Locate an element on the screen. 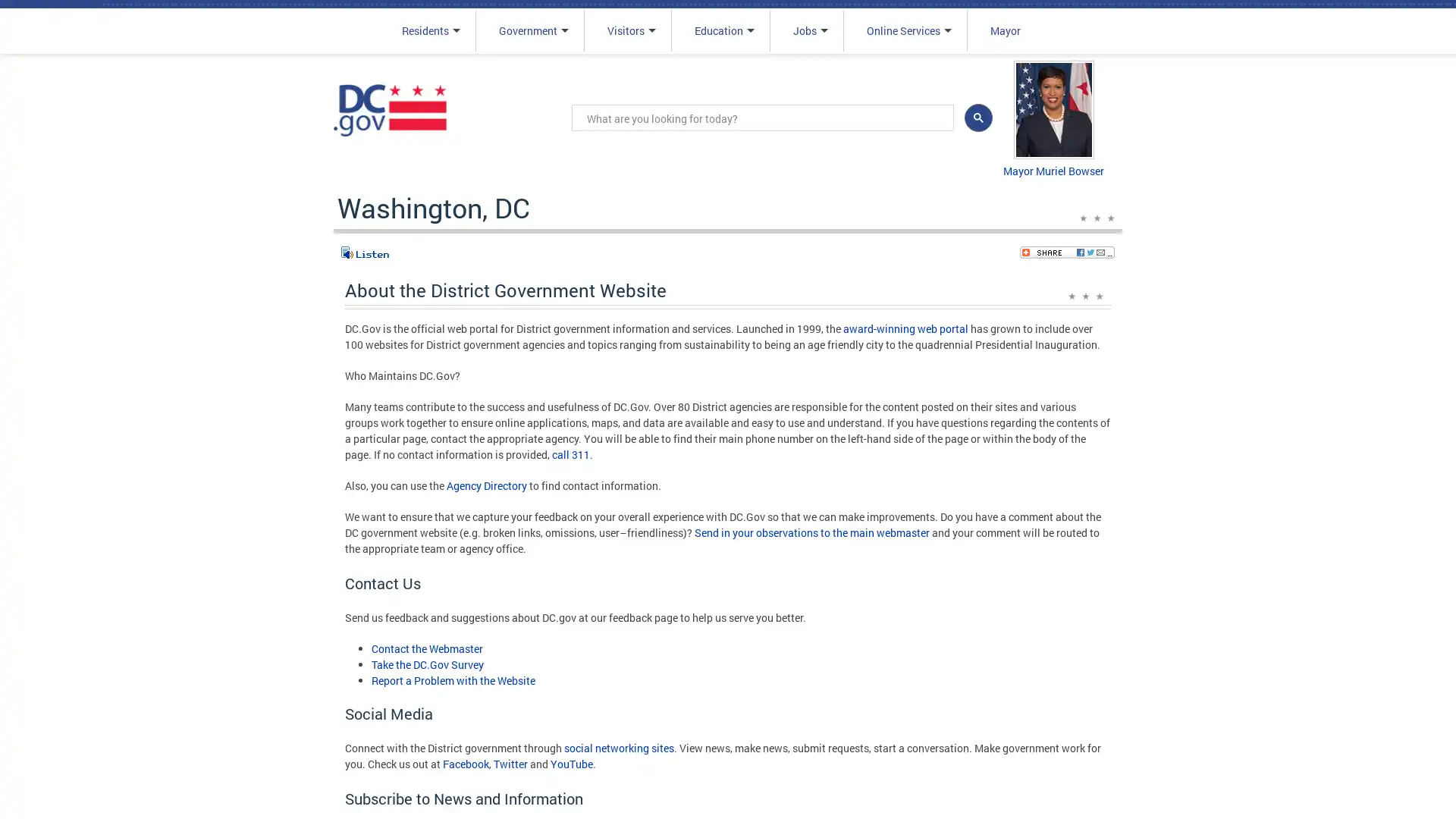 This screenshot has width=1456, height=819. search is located at coordinates (978, 117).